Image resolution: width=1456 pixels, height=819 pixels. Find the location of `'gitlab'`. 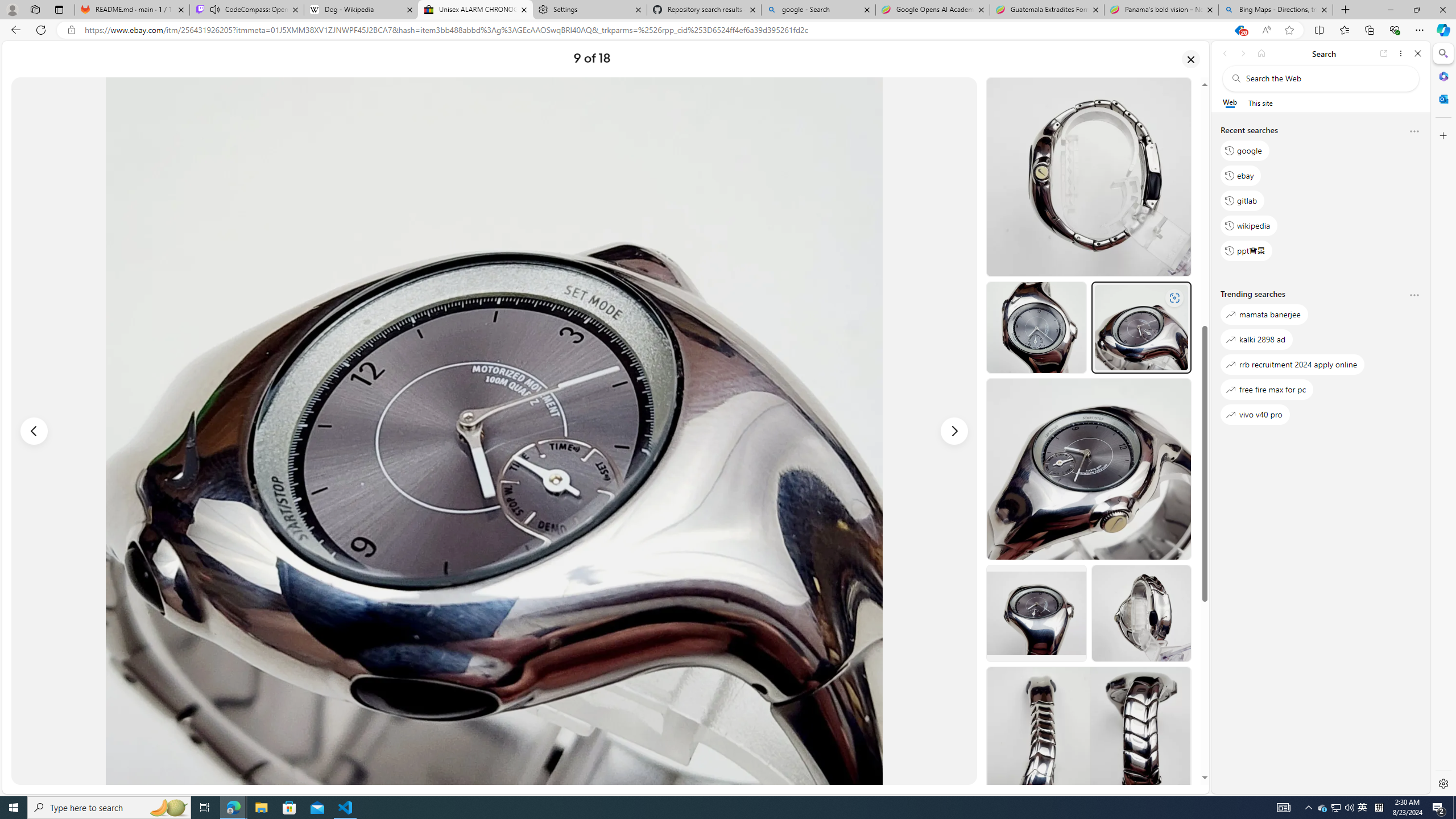

'gitlab' is located at coordinates (1242, 200).